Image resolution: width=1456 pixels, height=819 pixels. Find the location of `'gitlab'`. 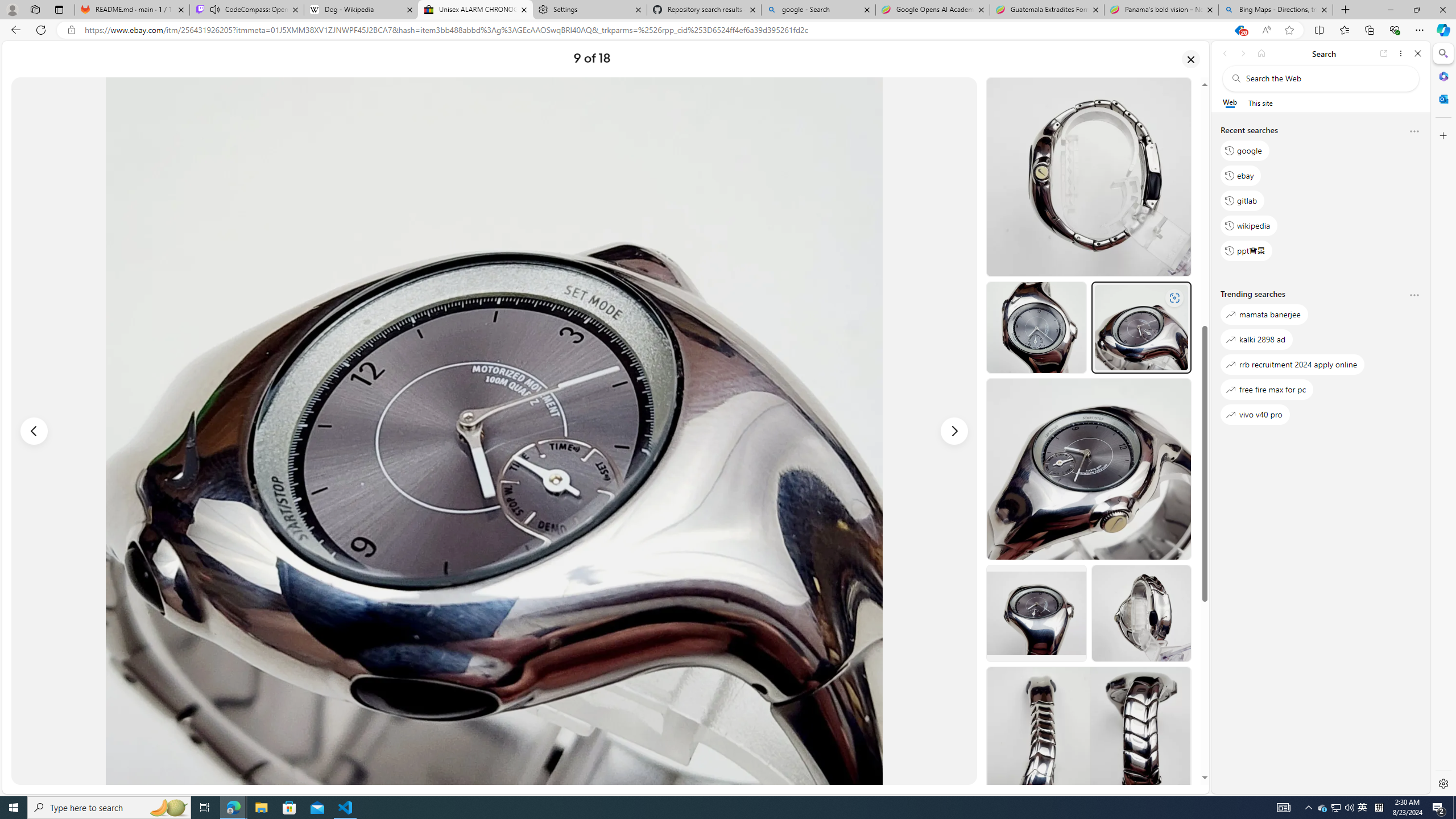

'gitlab' is located at coordinates (1242, 200).